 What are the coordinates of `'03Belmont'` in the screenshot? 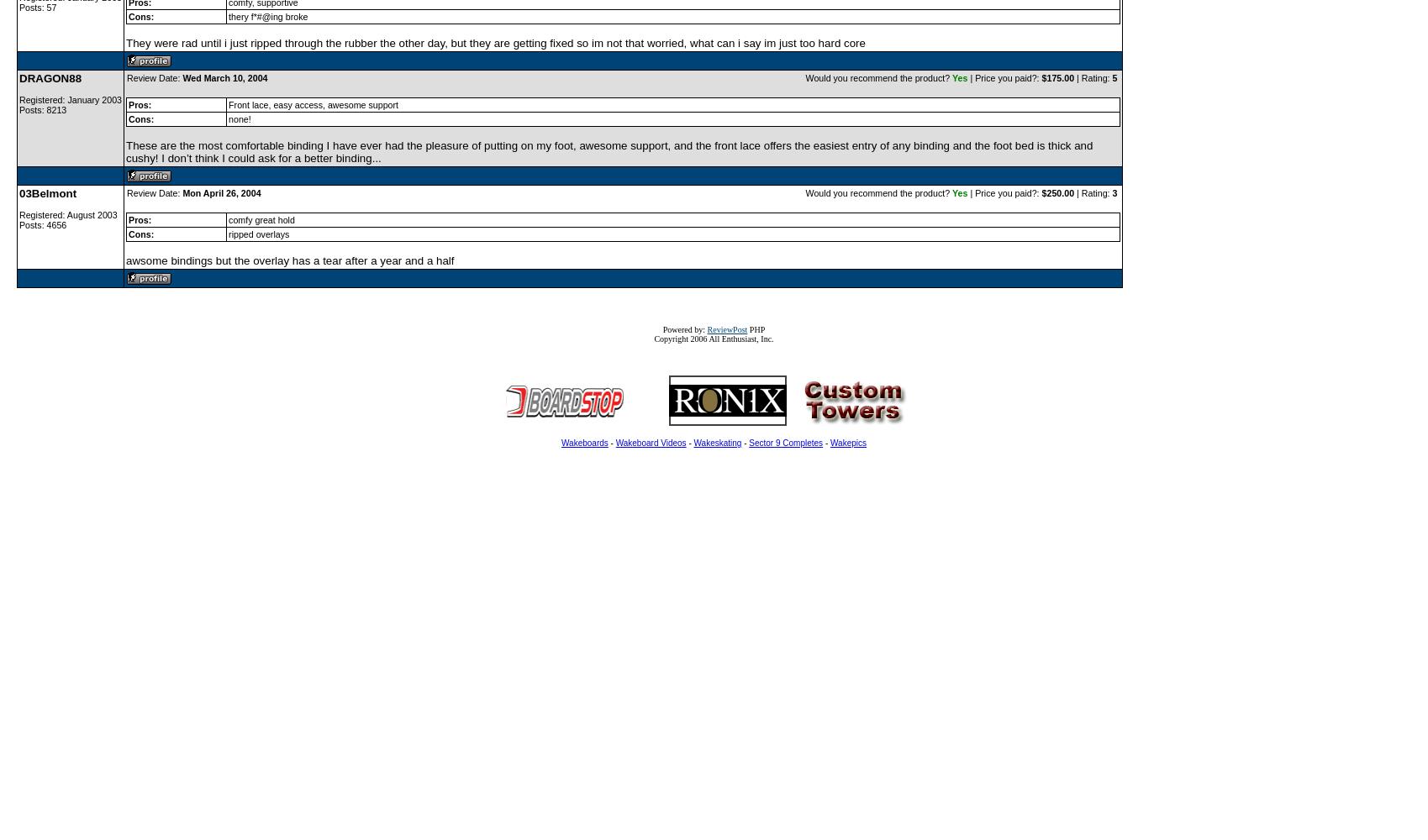 It's located at (47, 192).